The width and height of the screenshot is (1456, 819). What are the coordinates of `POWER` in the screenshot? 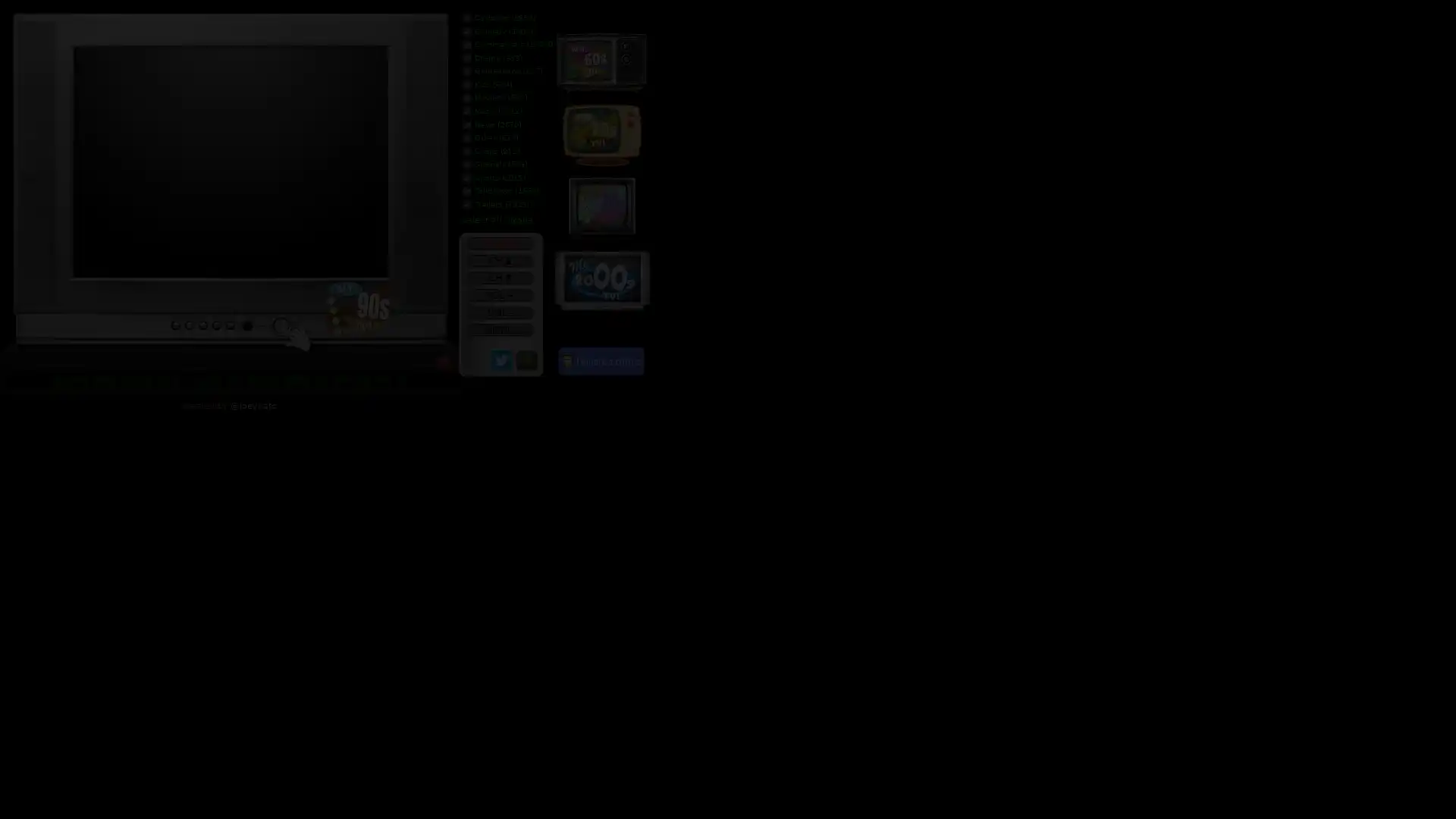 It's located at (499, 242).